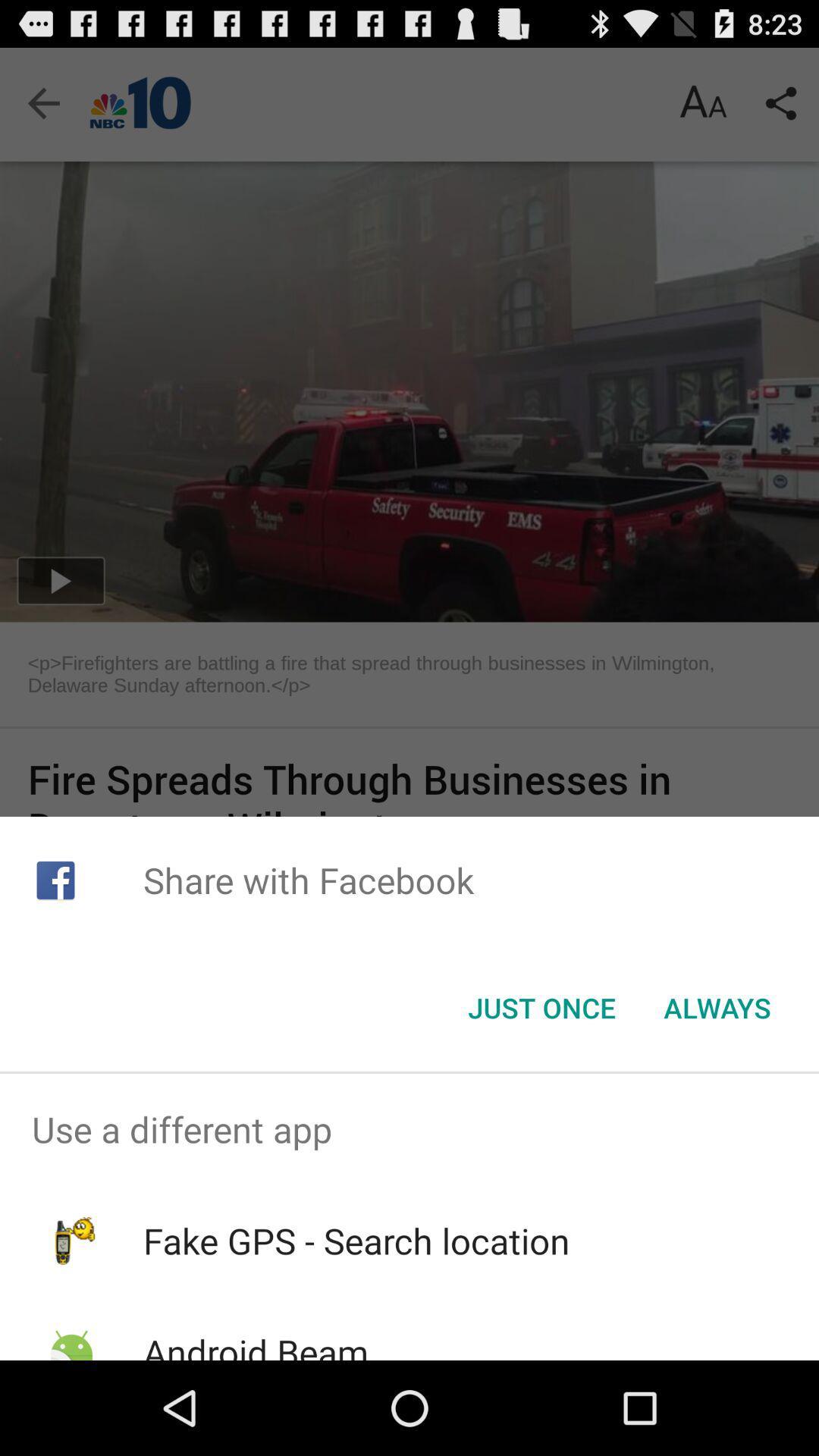 This screenshot has height=1456, width=819. What do you see at coordinates (541, 1008) in the screenshot?
I see `app below the share with facebook item` at bounding box center [541, 1008].